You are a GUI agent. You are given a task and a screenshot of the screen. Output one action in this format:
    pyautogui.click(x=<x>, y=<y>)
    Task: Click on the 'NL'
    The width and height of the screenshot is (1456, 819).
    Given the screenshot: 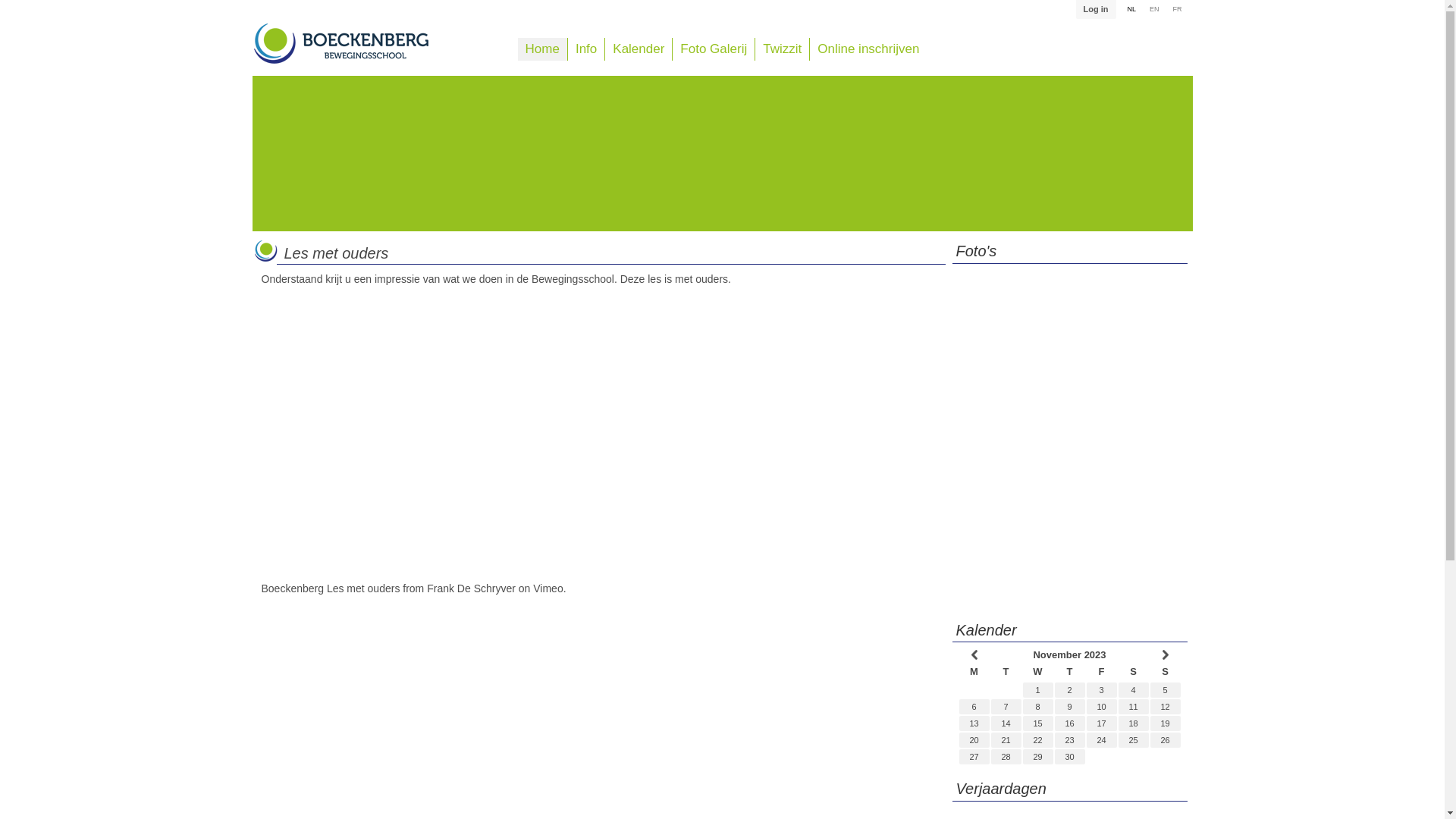 What is the action you would take?
    pyautogui.click(x=1131, y=9)
    